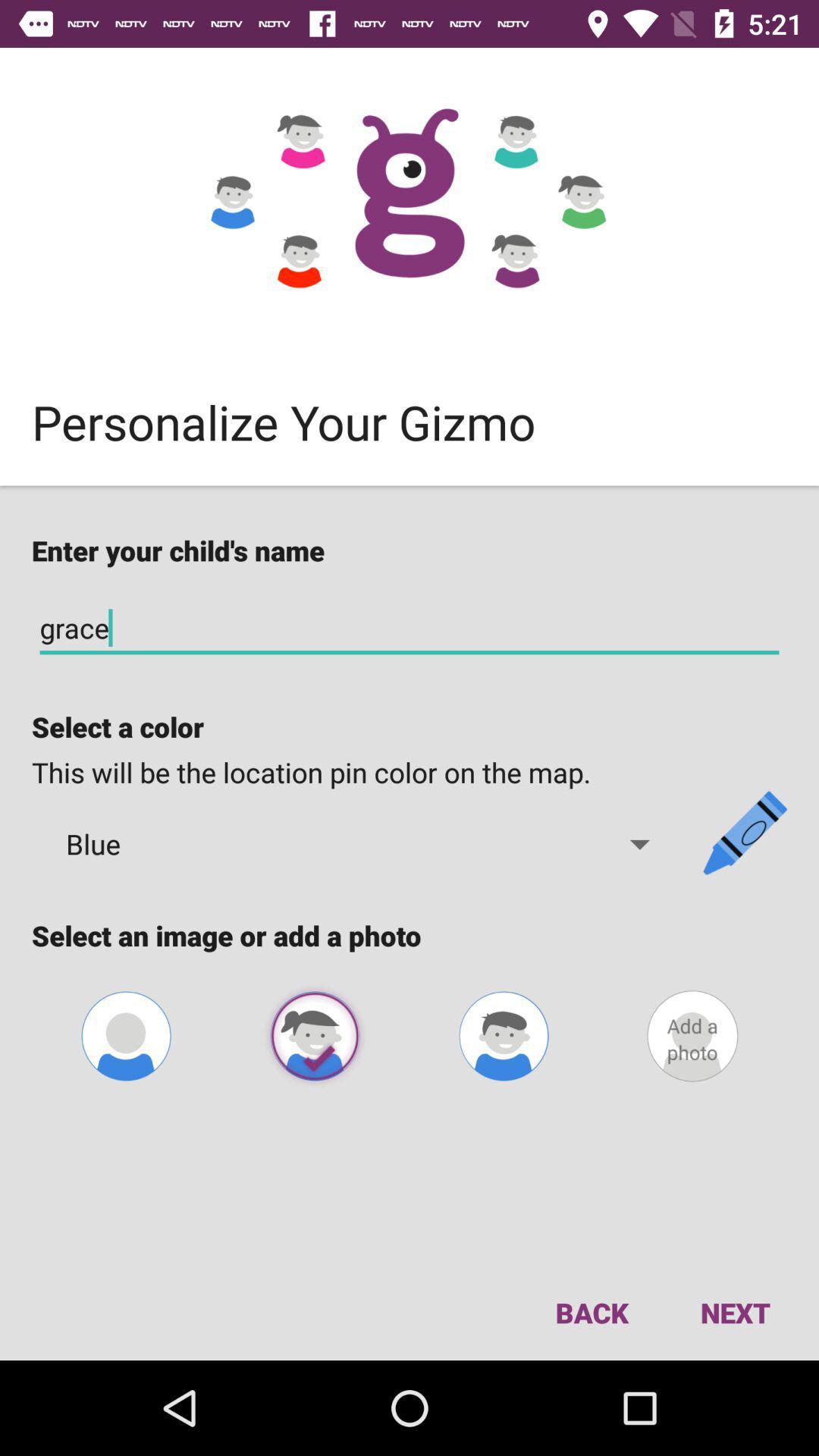  What do you see at coordinates (314, 1035) in the screenshot?
I see `this avatar` at bounding box center [314, 1035].